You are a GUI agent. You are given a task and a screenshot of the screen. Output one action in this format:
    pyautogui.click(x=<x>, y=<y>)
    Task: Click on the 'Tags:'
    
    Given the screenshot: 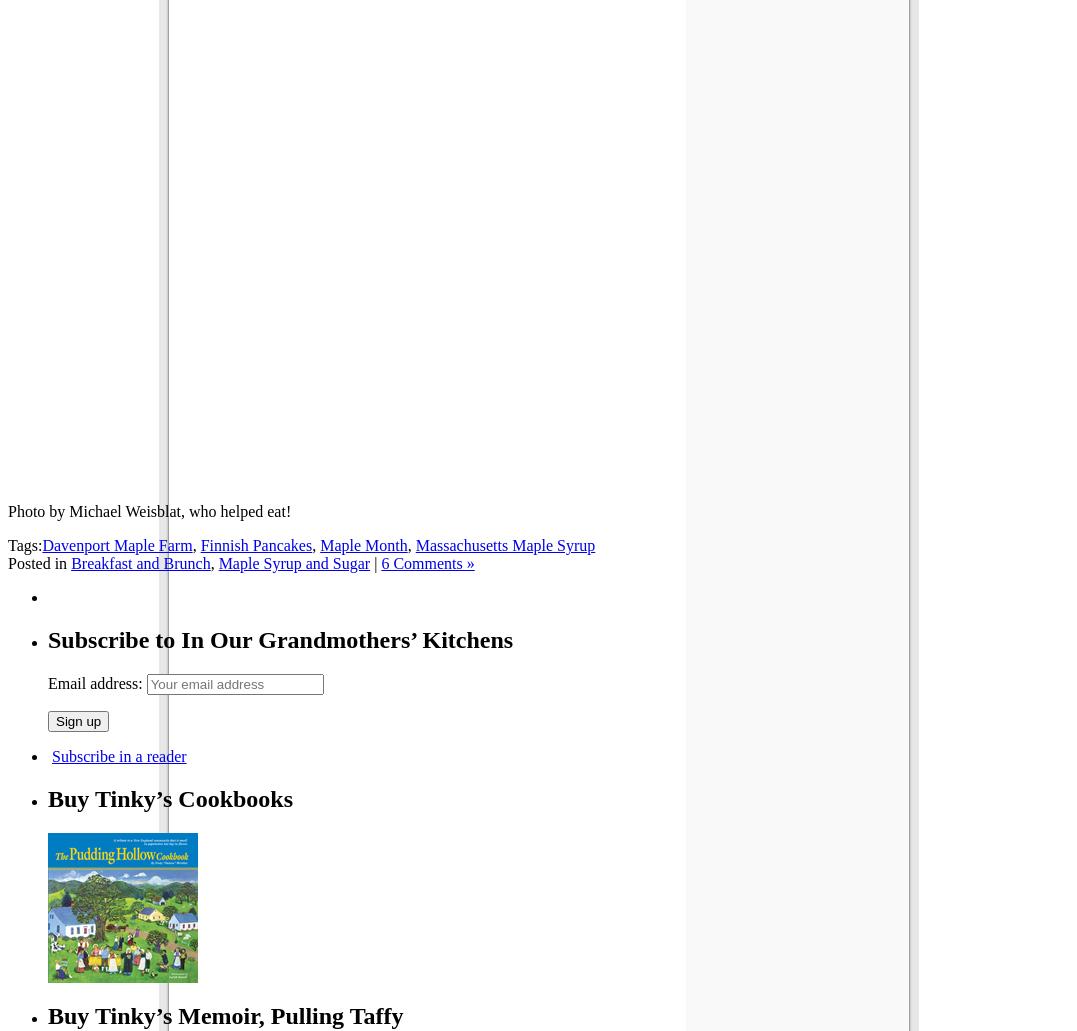 What is the action you would take?
    pyautogui.click(x=23, y=544)
    